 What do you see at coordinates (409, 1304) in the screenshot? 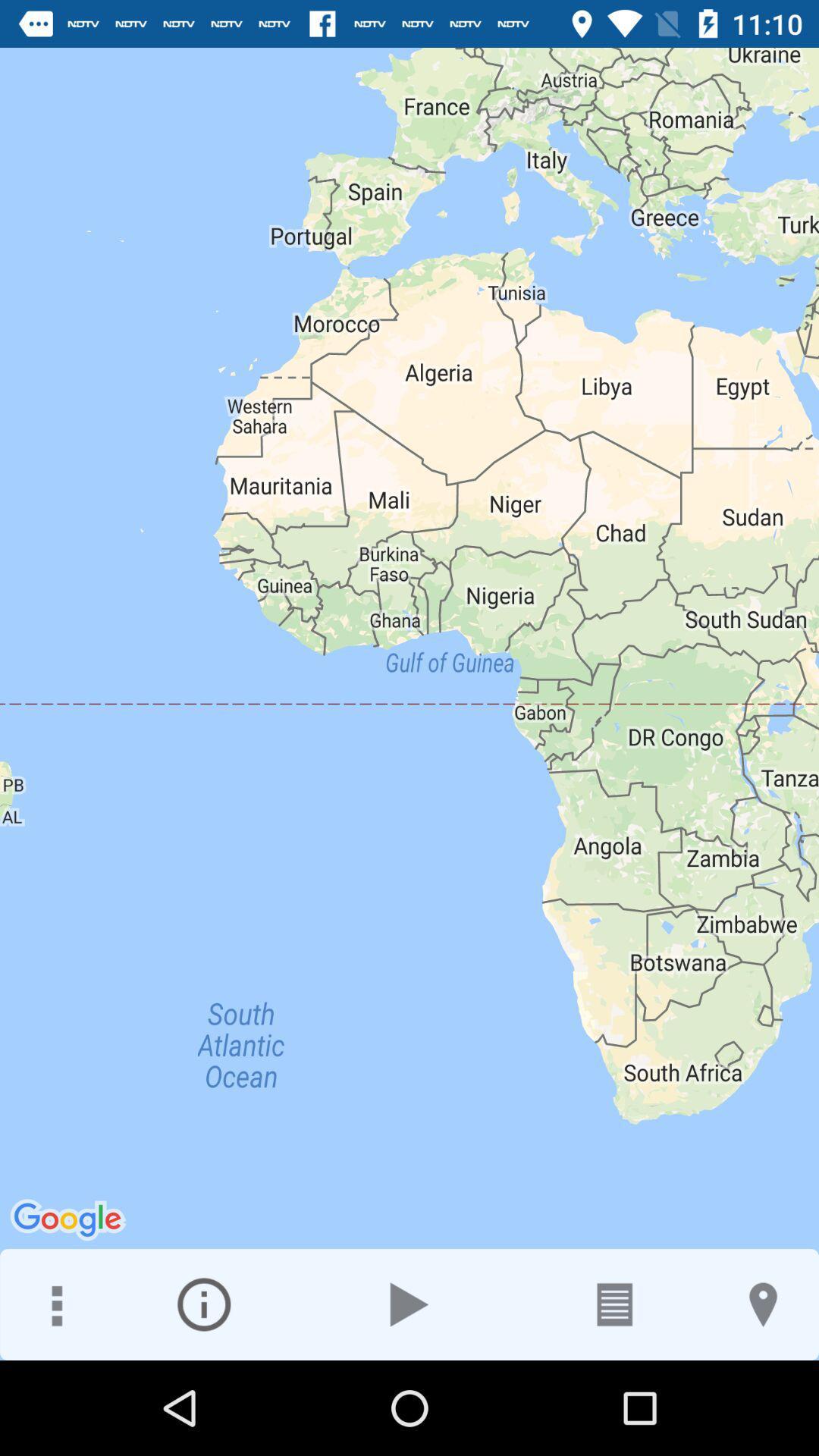
I see `the play icon` at bounding box center [409, 1304].